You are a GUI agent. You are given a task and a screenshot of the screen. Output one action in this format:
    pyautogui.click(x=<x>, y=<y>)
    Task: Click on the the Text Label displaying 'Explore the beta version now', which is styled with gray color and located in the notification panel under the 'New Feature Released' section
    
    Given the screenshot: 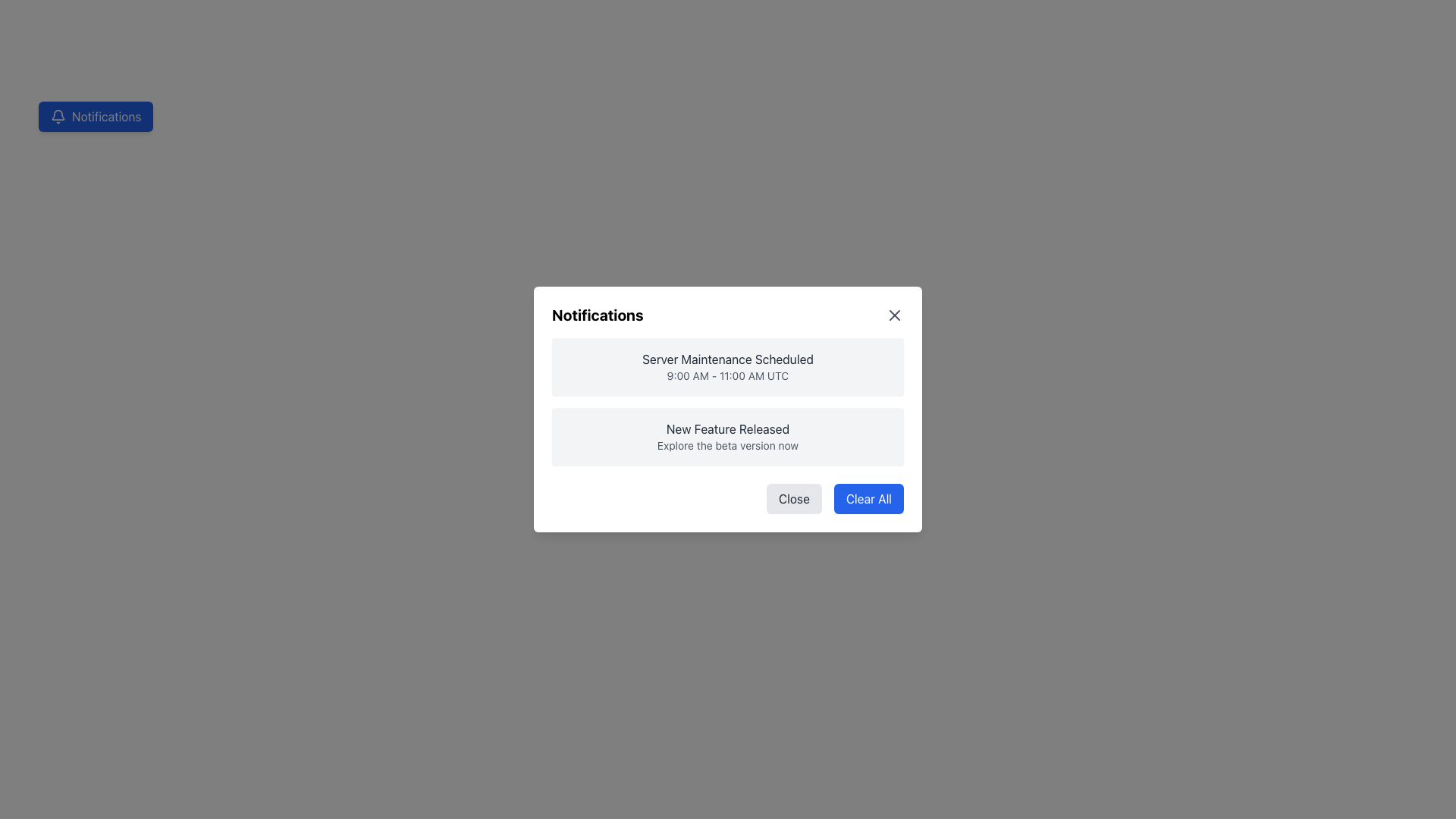 What is the action you would take?
    pyautogui.click(x=728, y=444)
    